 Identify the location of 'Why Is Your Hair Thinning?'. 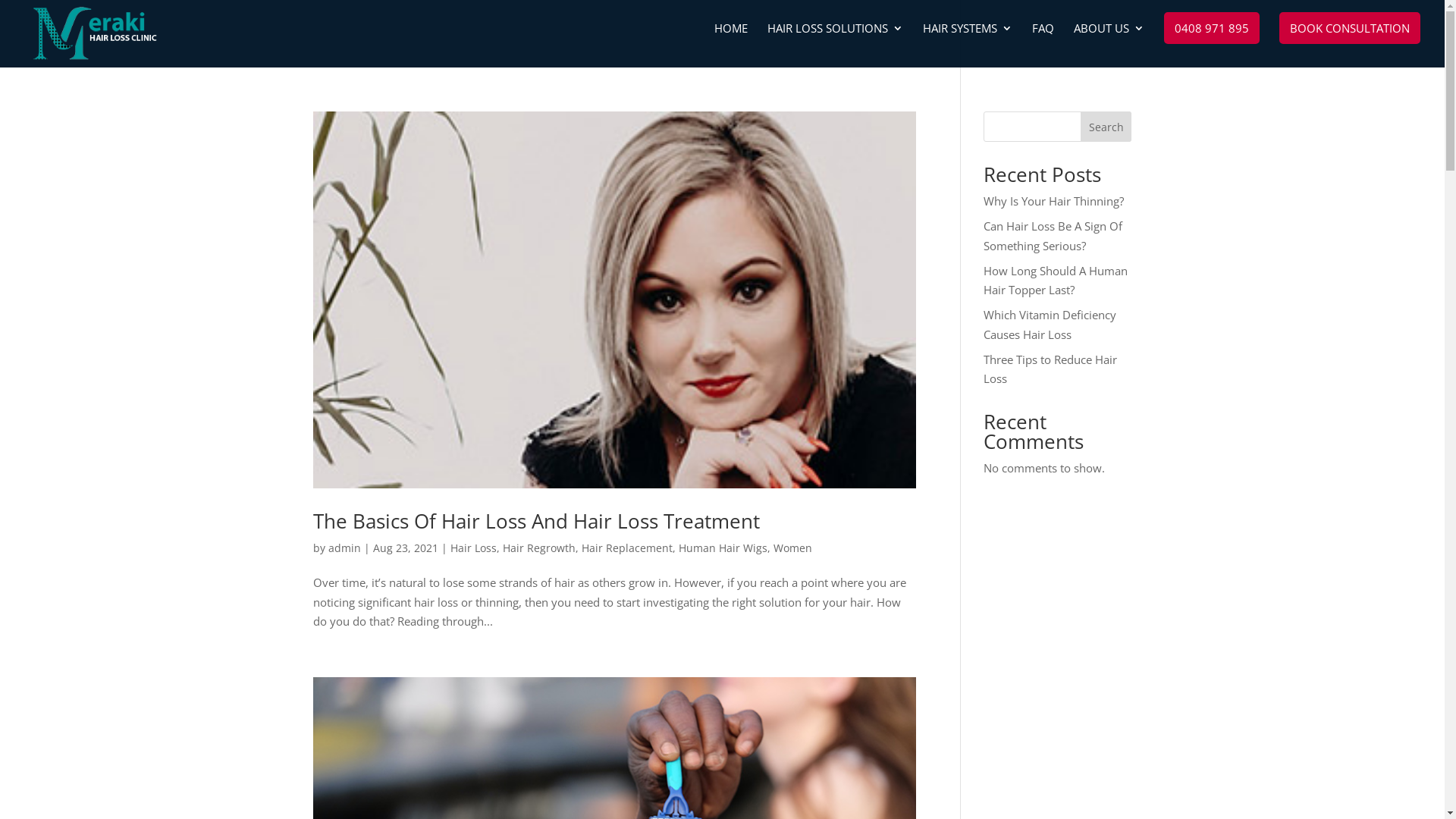
(1053, 200).